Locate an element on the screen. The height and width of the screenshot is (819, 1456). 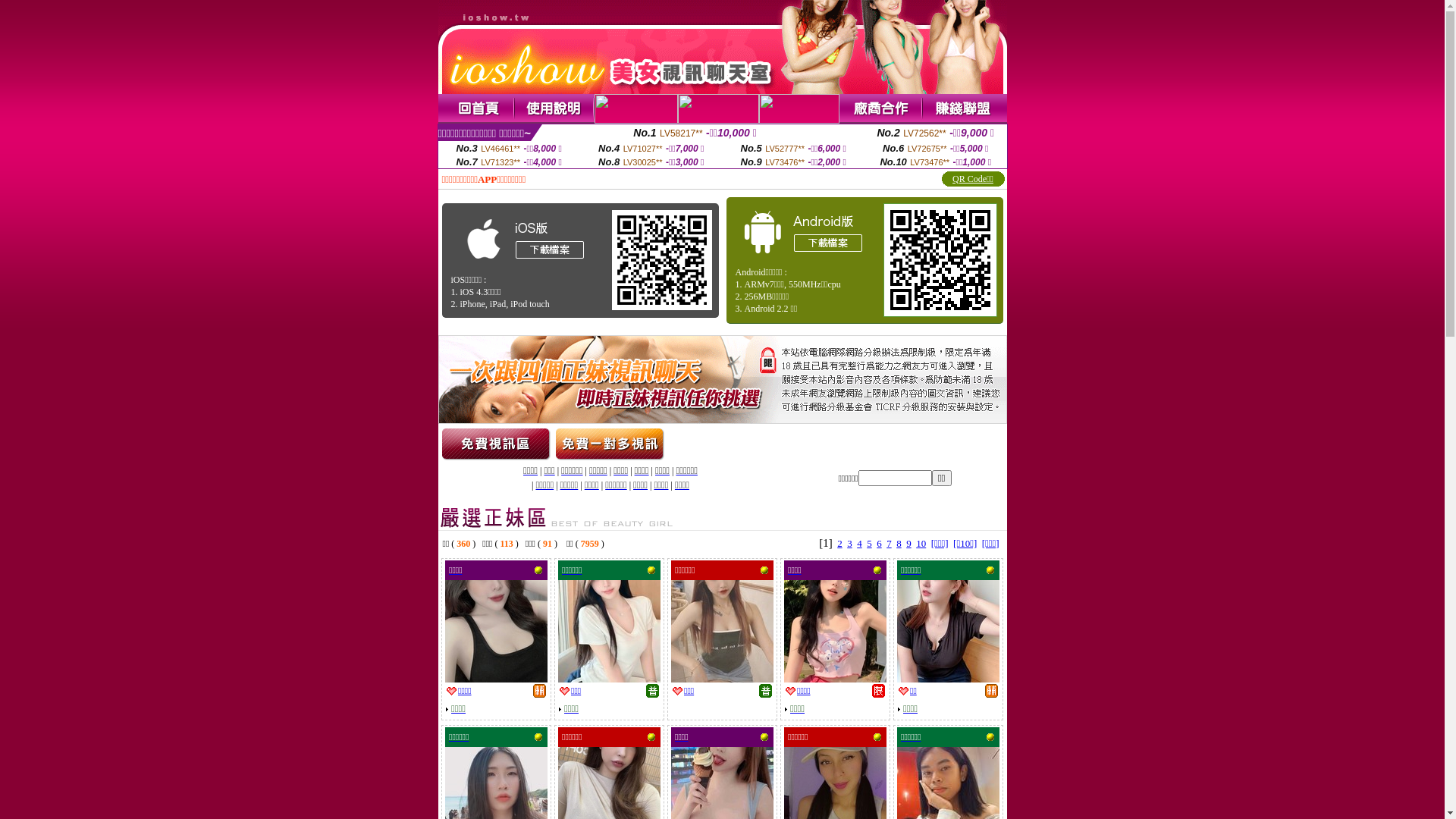
'8' is located at coordinates (899, 542).